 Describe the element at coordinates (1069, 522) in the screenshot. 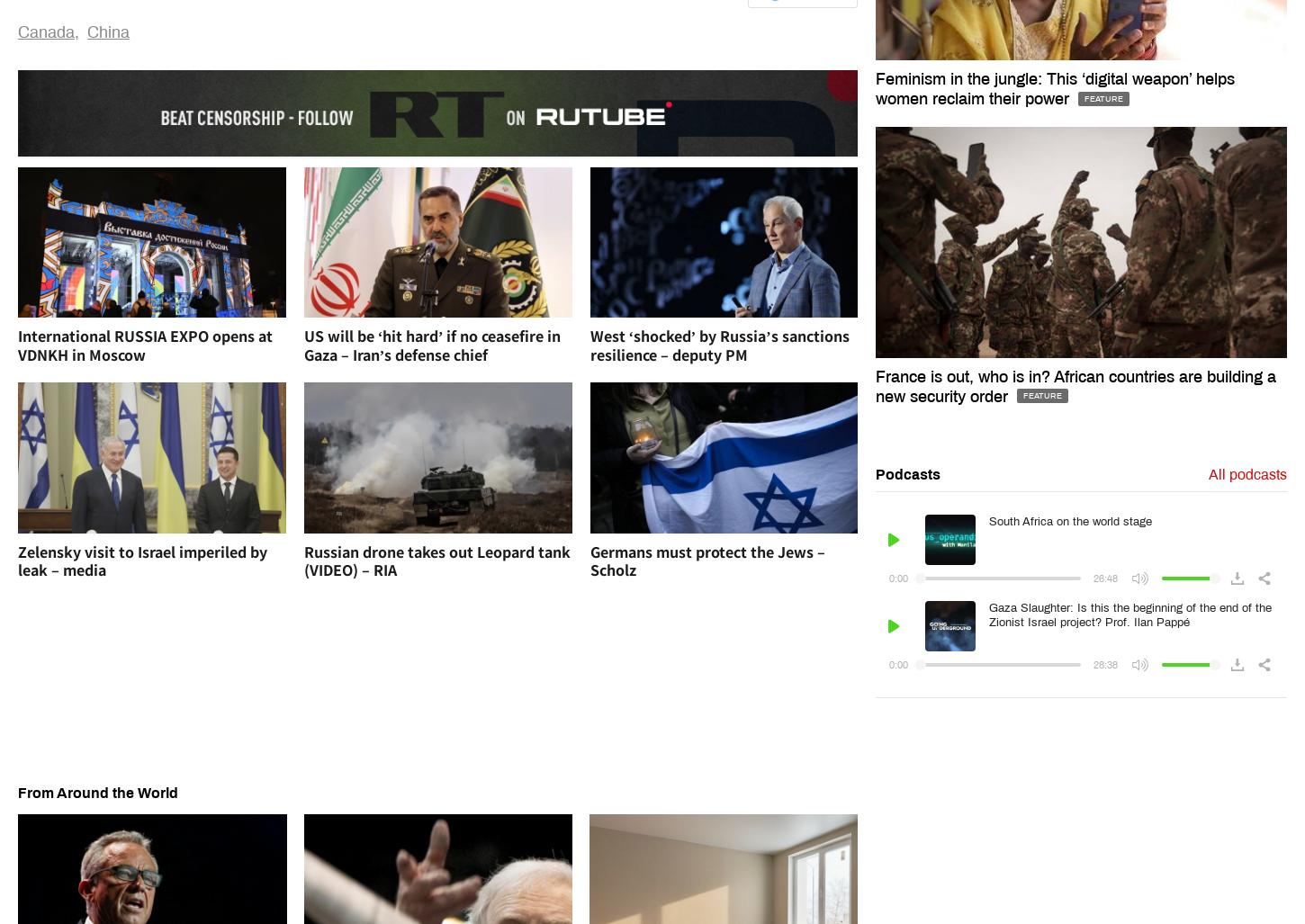

I see `'South Africa on the world stage'` at that location.